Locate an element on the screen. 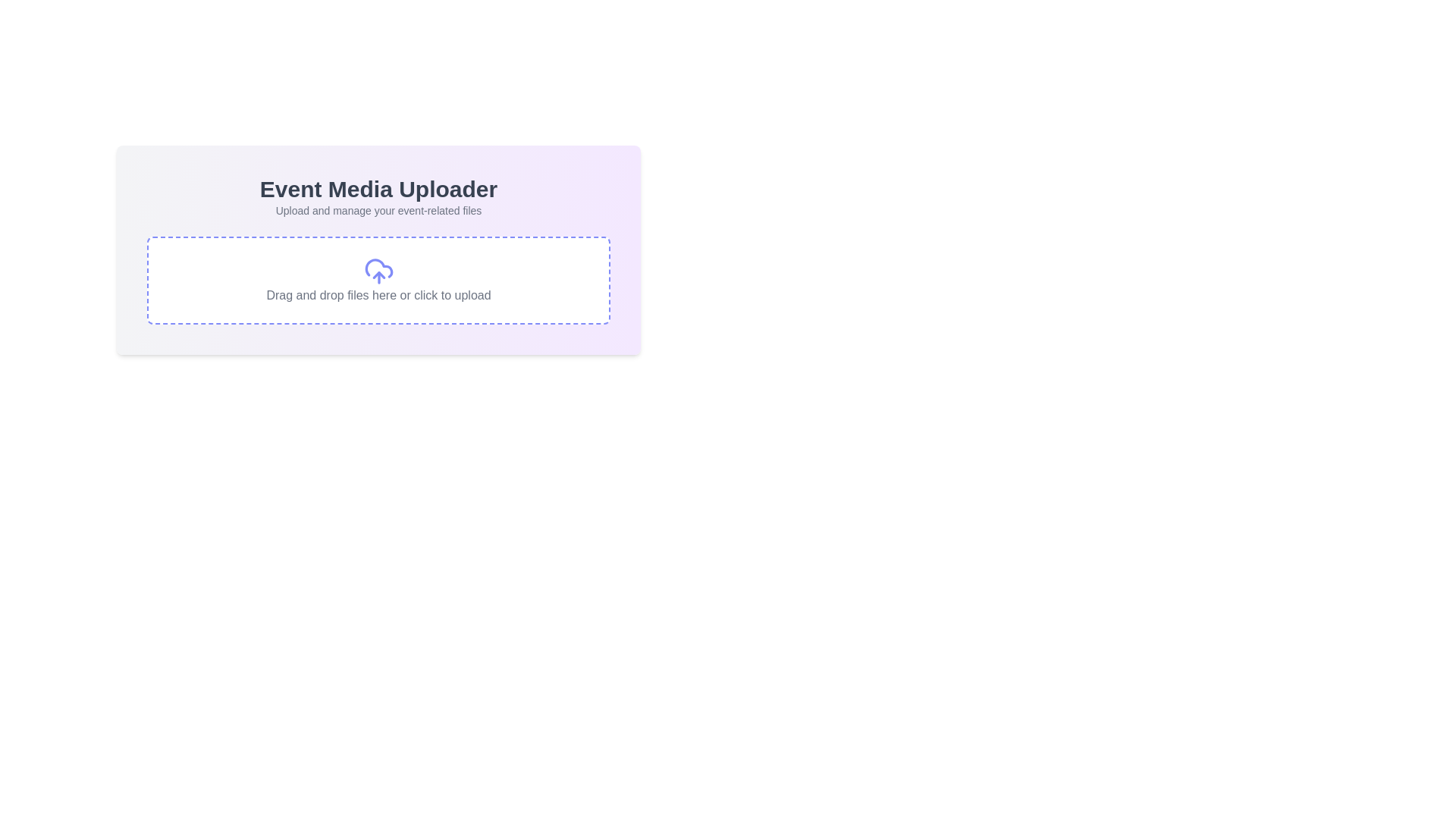 This screenshot has height=819, width=1456. the main heading 'Event Media Uploader' which indicates the functionality of this section is located at coordinates (378, 189).